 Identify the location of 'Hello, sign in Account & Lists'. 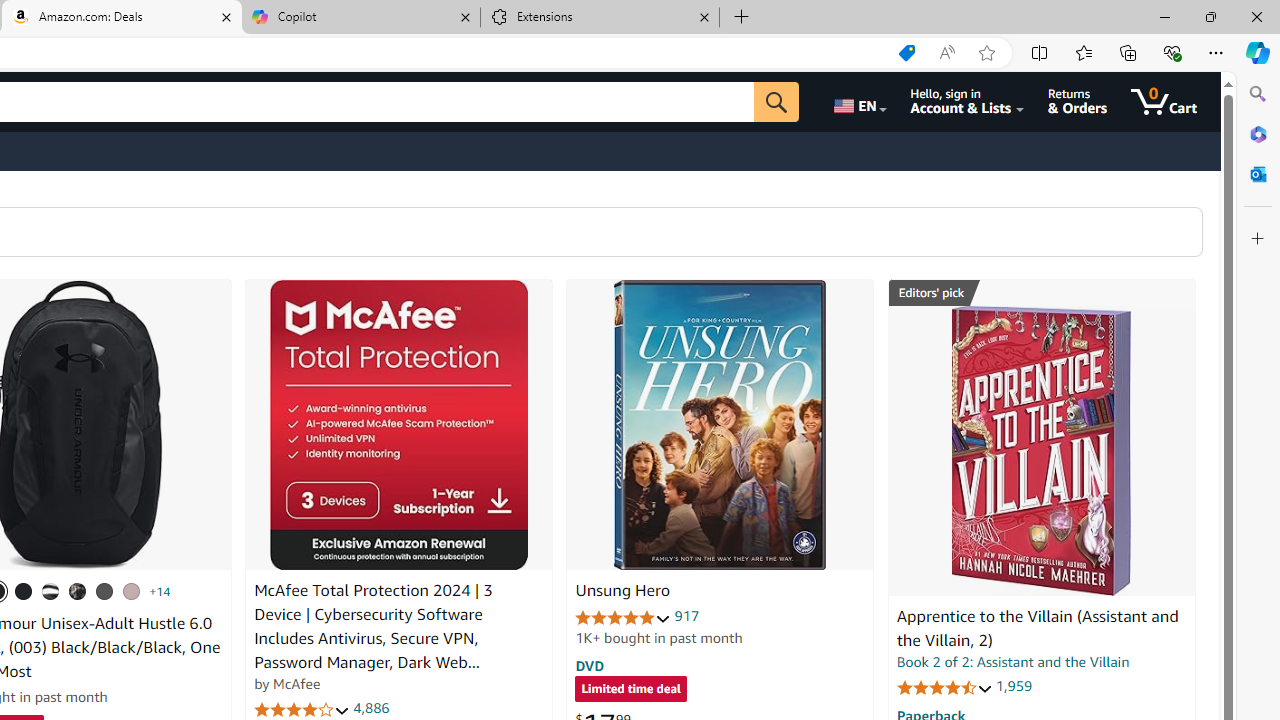
(967, 101).